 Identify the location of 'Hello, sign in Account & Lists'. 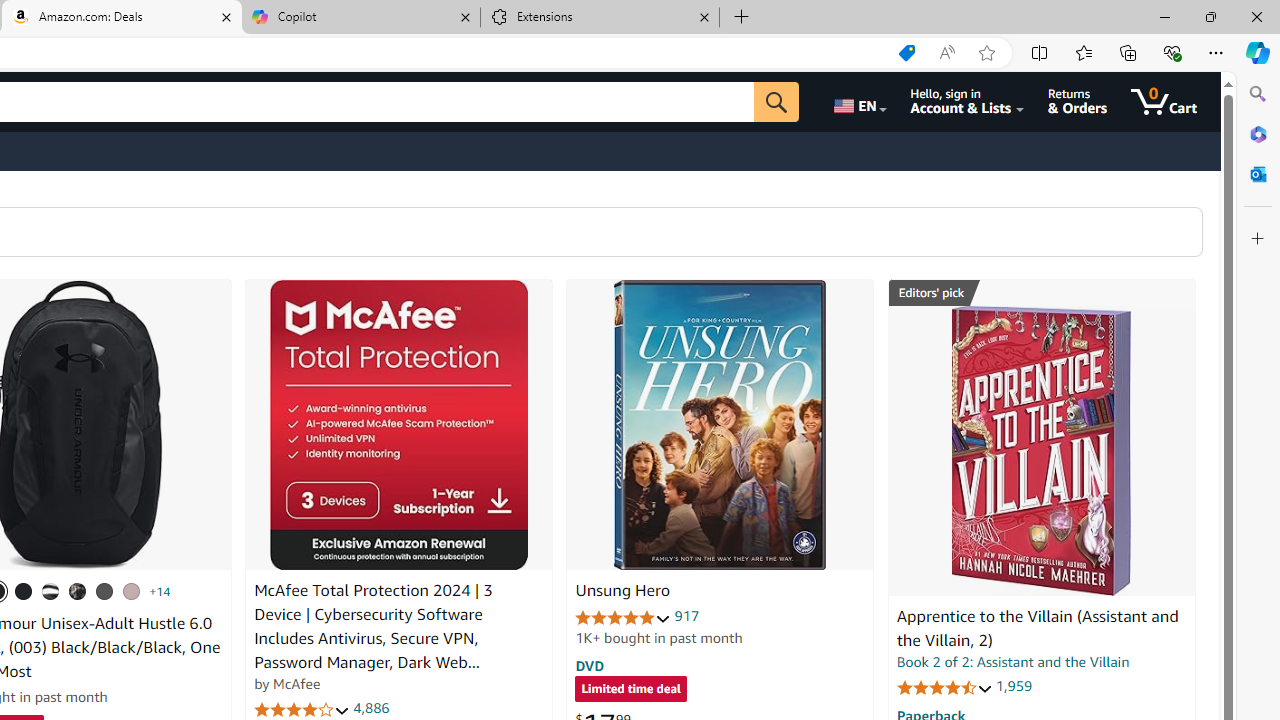
(967, 101).